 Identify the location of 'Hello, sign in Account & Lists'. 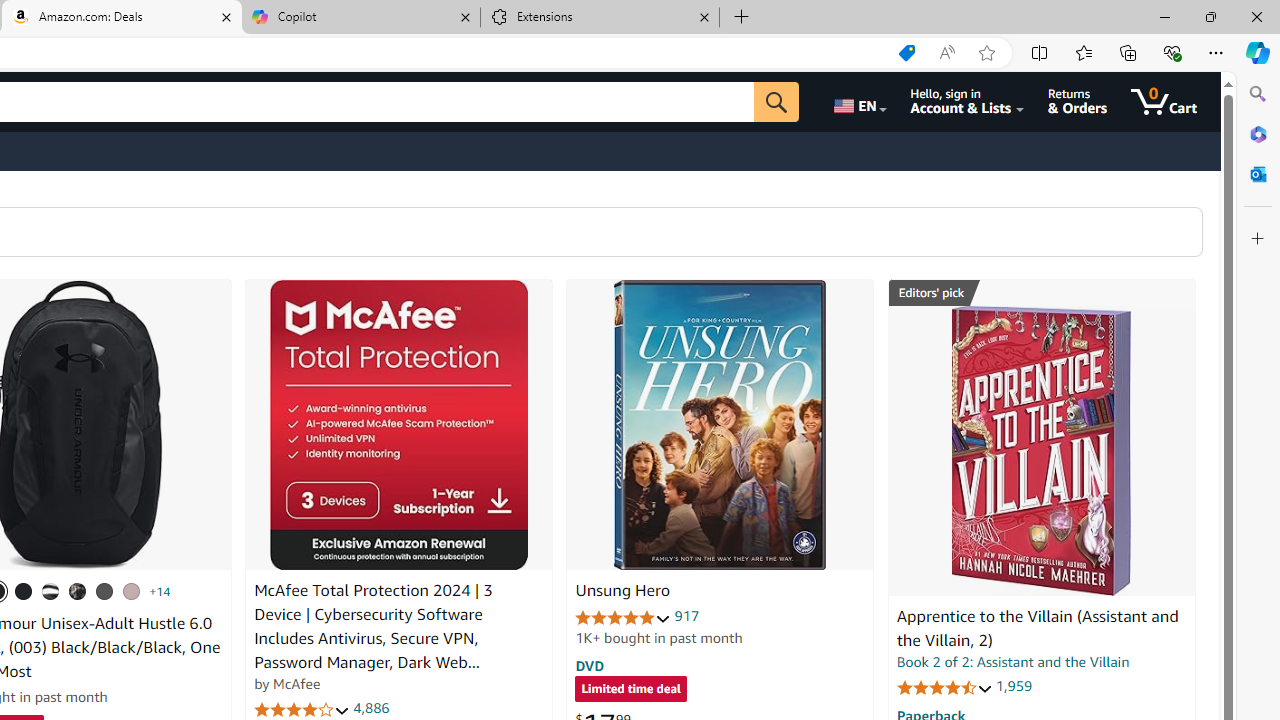
(967, 101).